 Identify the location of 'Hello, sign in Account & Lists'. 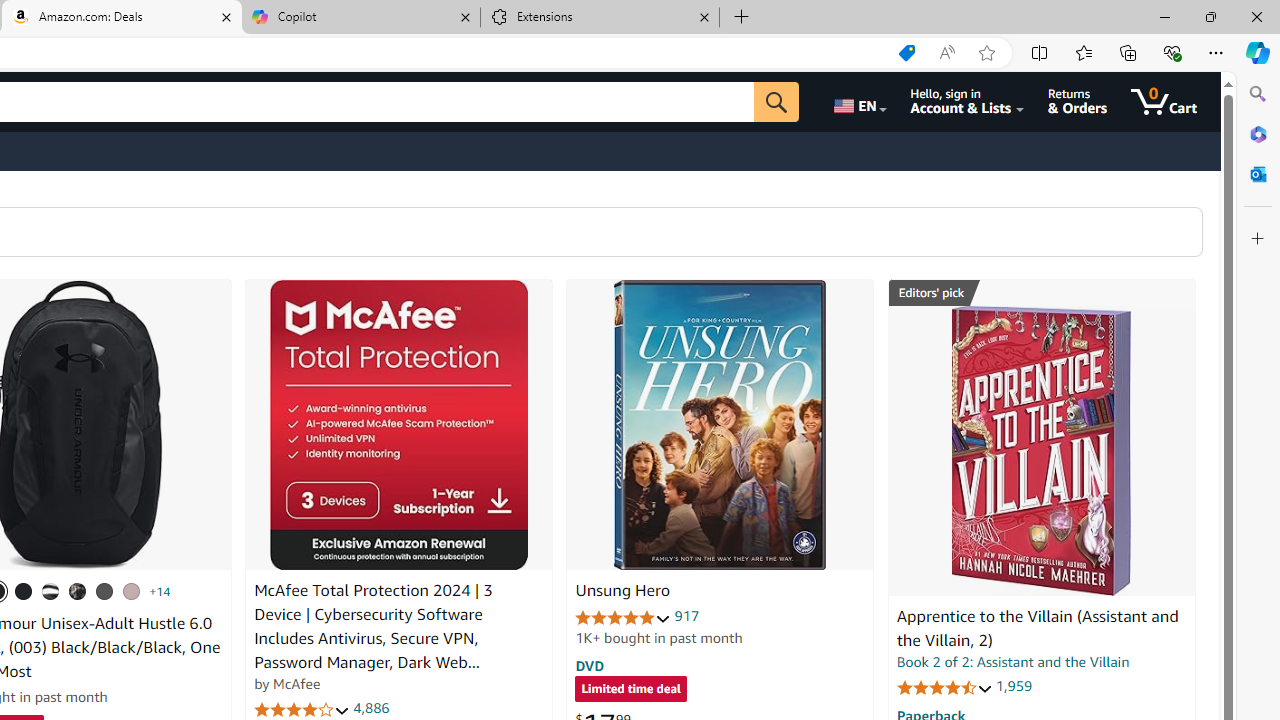
(967, 101).